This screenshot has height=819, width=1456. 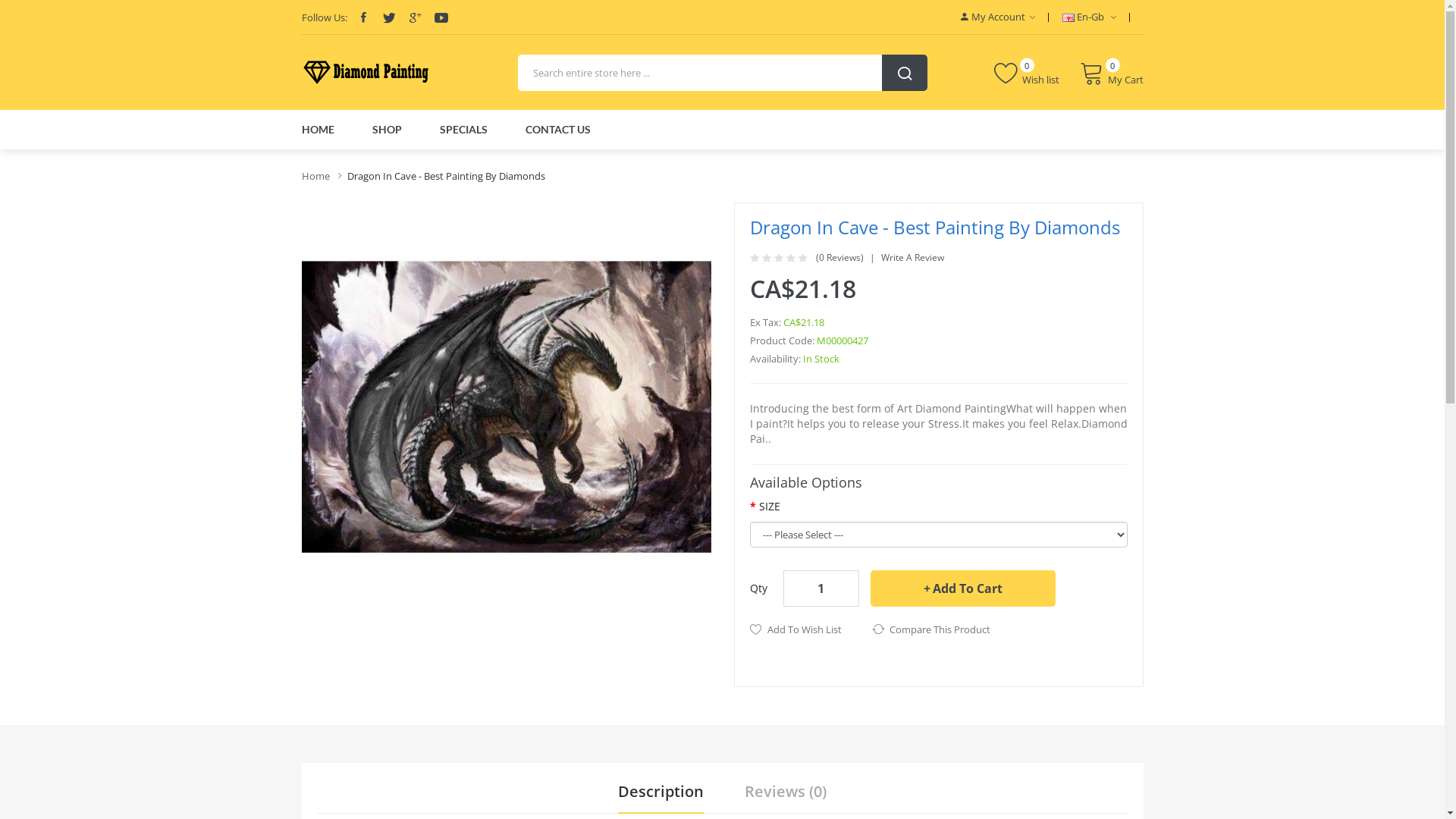 What do you see at coordinates (415, 17) in the screenshot?
I see `'Google'` at bounding box center [415, 17].